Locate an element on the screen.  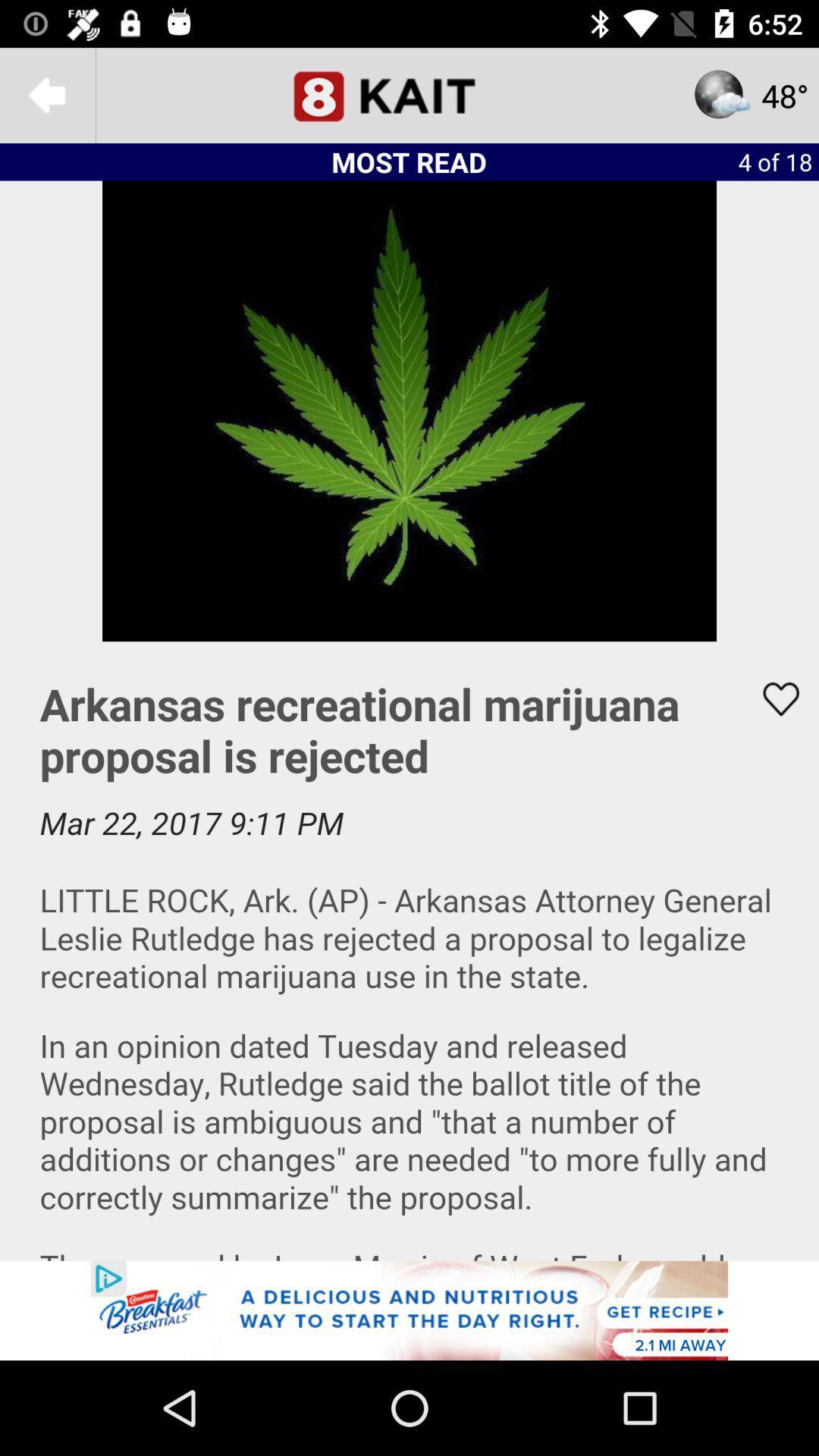
open advertisement is located at coordinates (409, 1310).